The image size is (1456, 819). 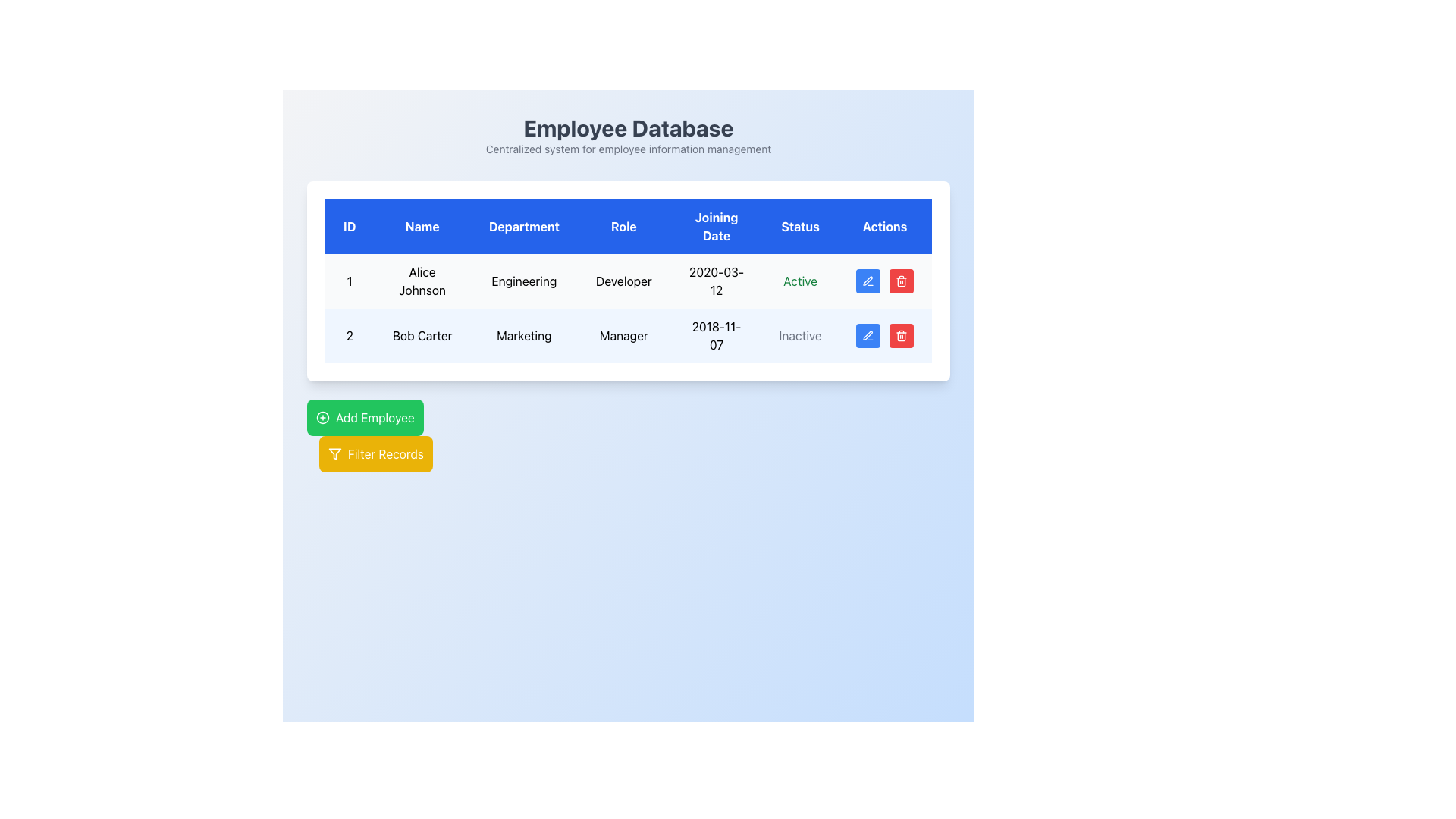 I want to click on the 'Add Employee' icon, which is the leftmost item in the green rectangular button labeled 'Add Employee', located in the lower left quadrant below the main table, so click(x=322, y=418).